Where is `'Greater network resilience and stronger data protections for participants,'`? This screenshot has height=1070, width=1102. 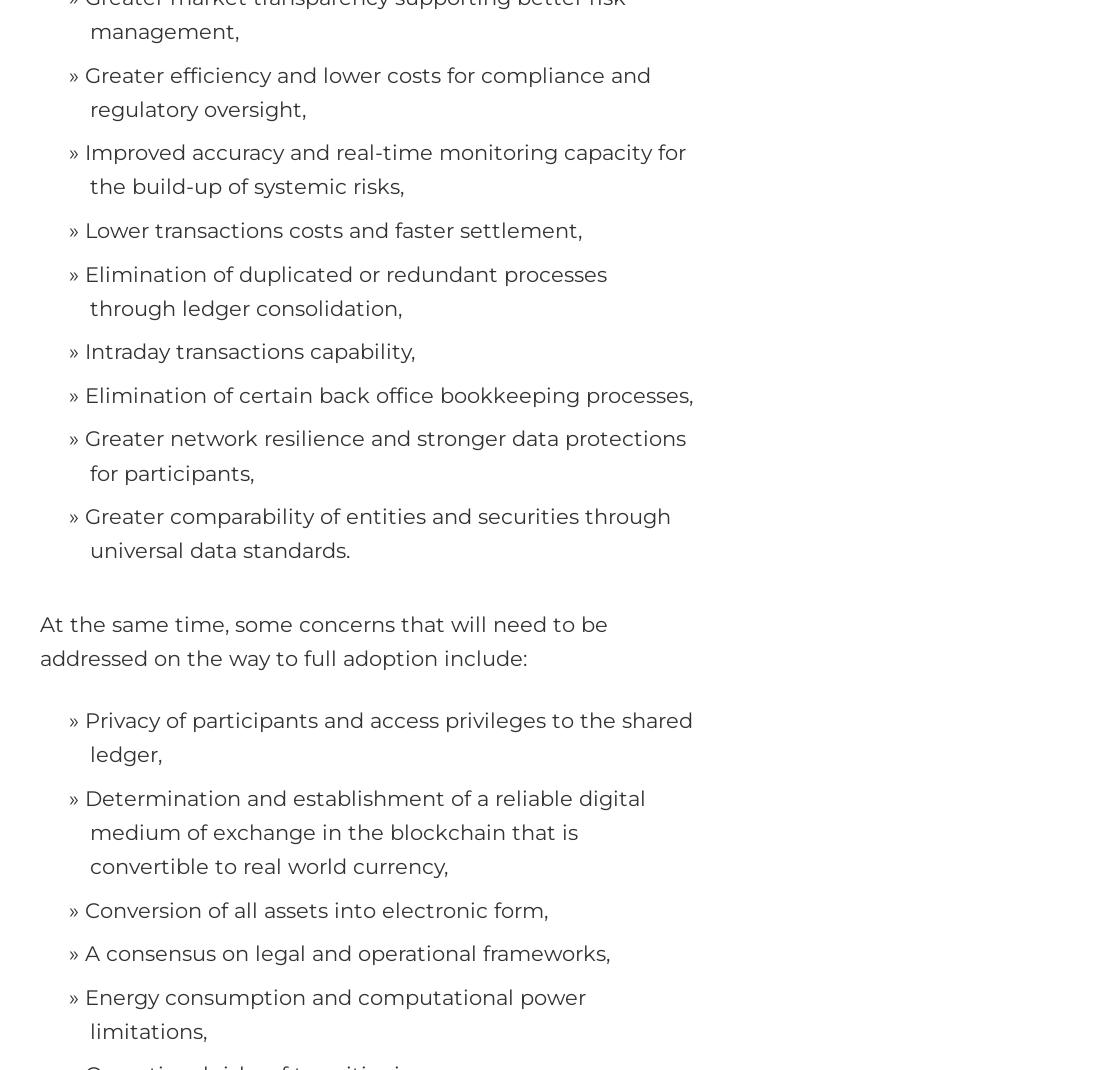
'Greater network resilience and stronger data protections for participants,' is located at coordinates (384, 455).